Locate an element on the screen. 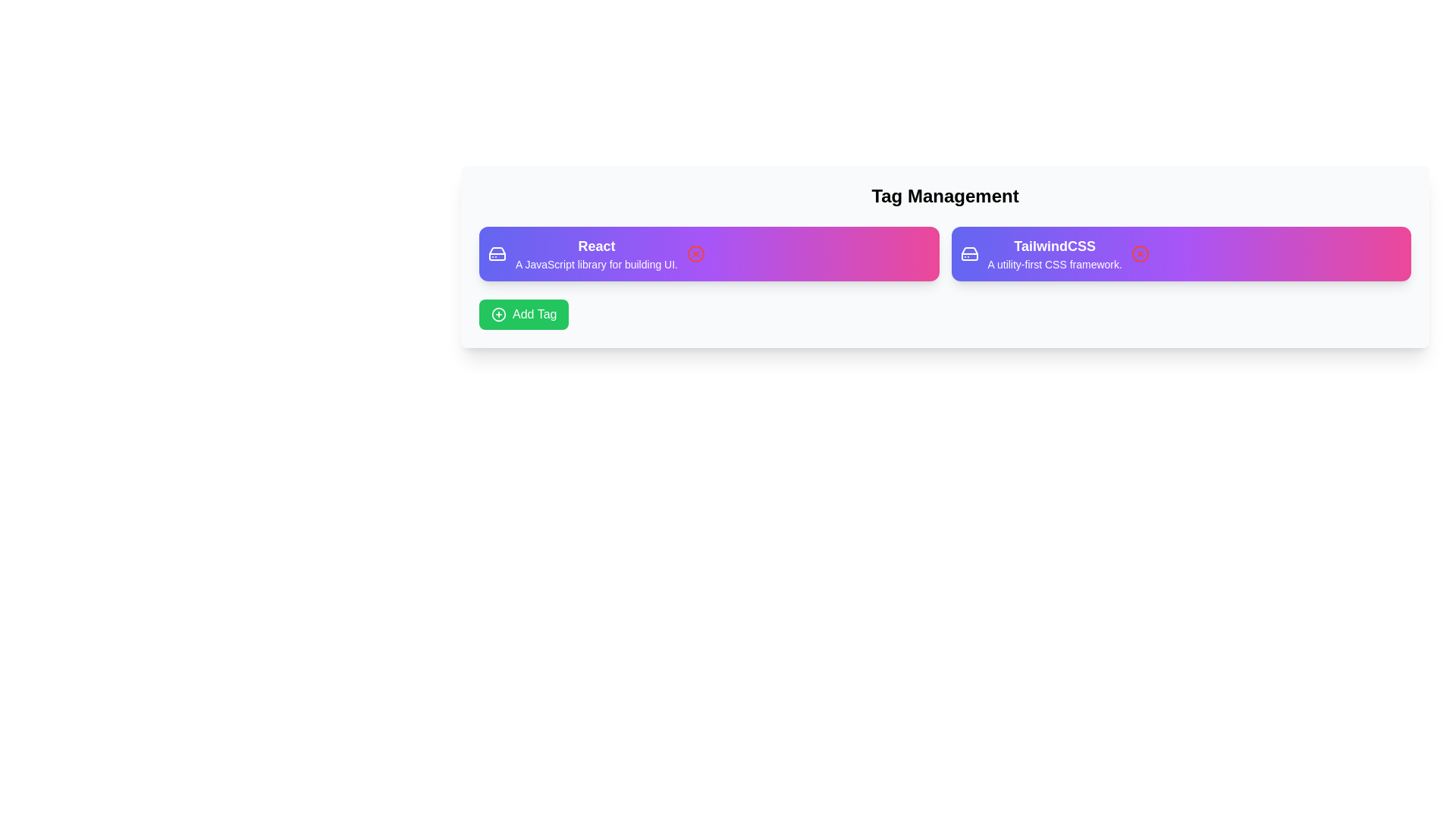 Image resolution: width=1456 pixels, height=819 pixels. the storage hard drive icon located within the 'TailwindCSS' card under the 'Tag Management' heading, which is the first icon on the left is located at coordinates (968, 253).